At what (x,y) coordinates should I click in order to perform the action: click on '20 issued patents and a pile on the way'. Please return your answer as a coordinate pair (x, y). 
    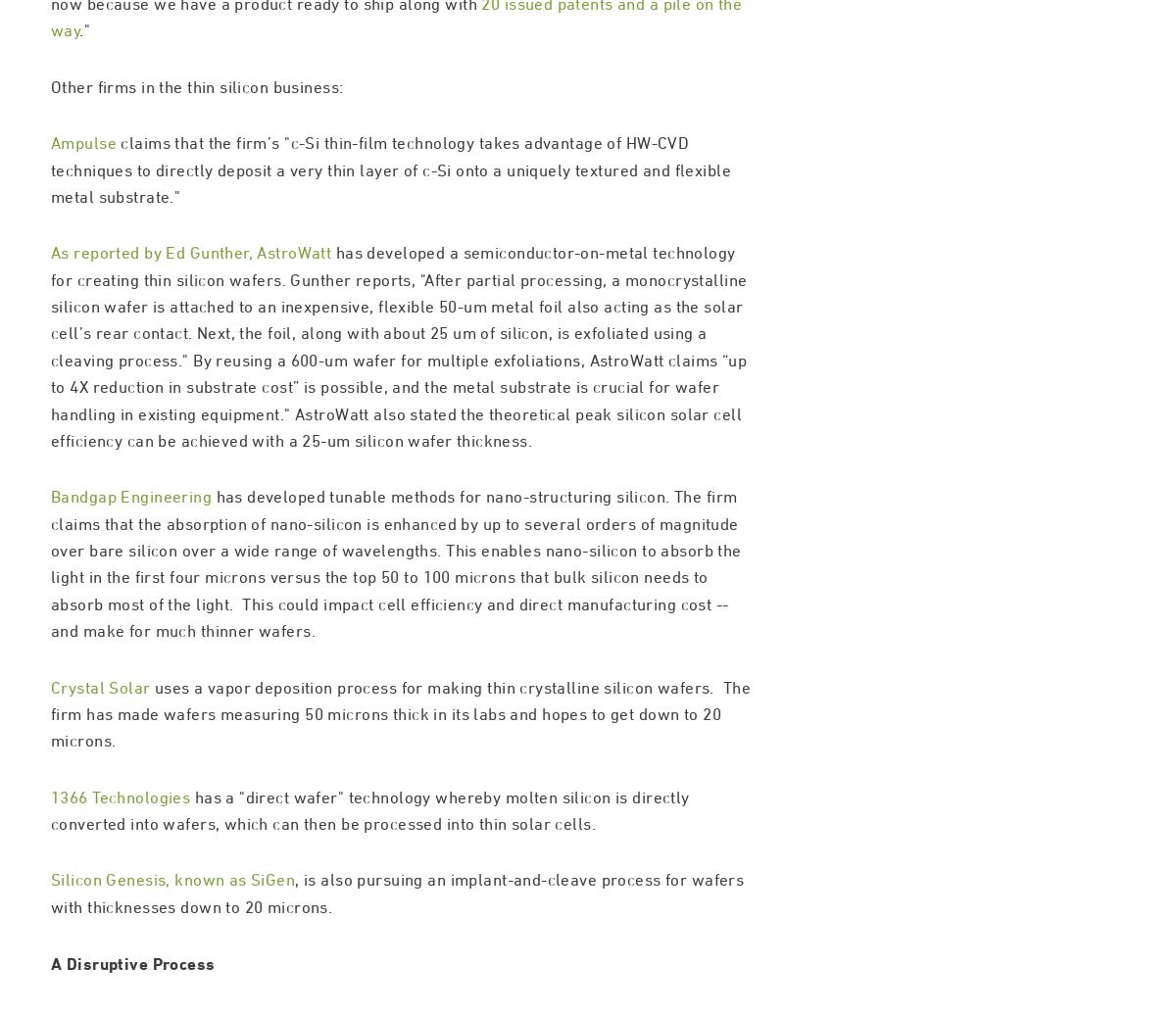
    Looking at the image, I should click on (396, 100).